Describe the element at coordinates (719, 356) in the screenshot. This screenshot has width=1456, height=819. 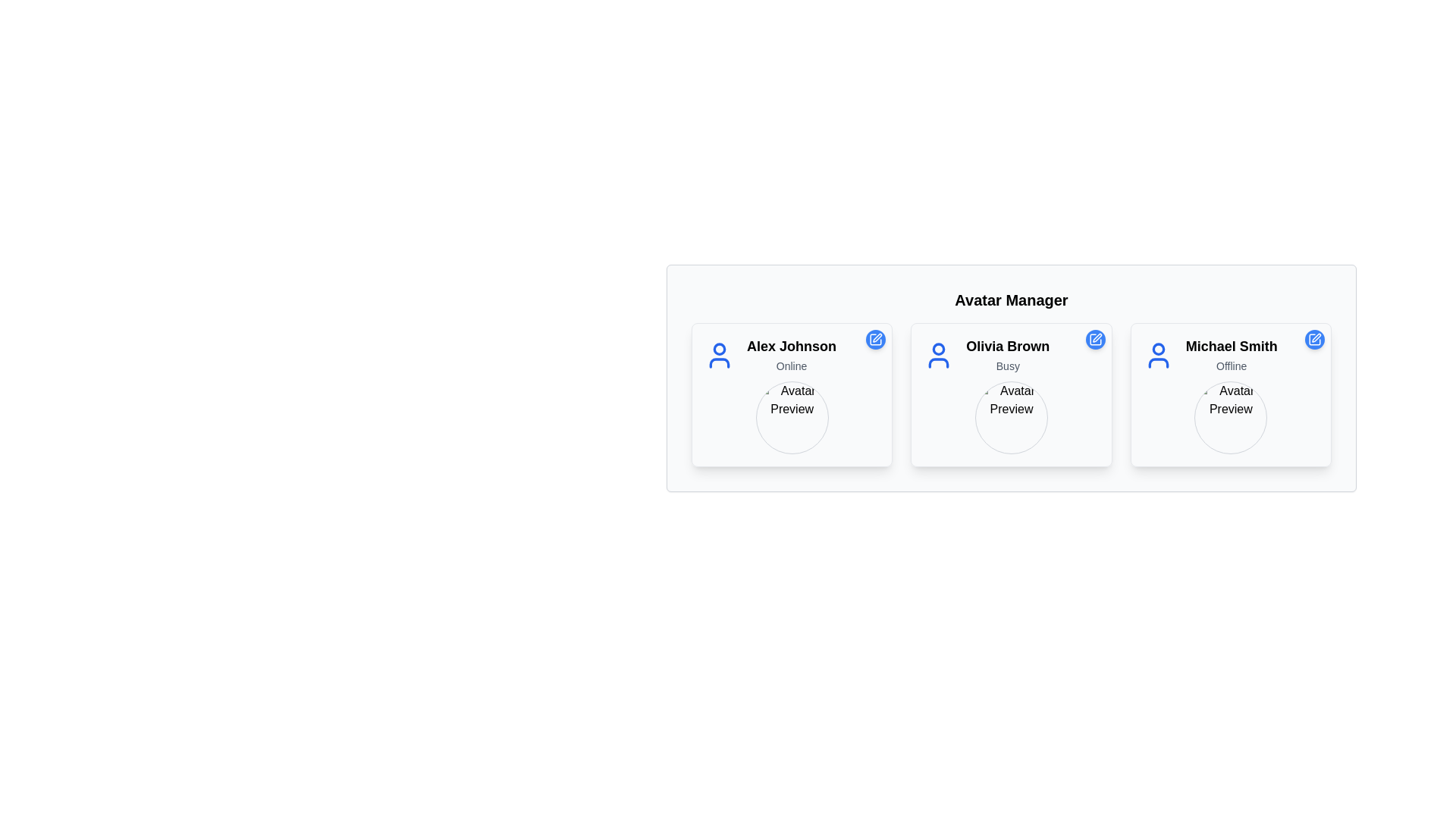
I see `the user profile icon representing 'Alex Johnson', located in the top-left section of the panel, above their name and status text` at that location.